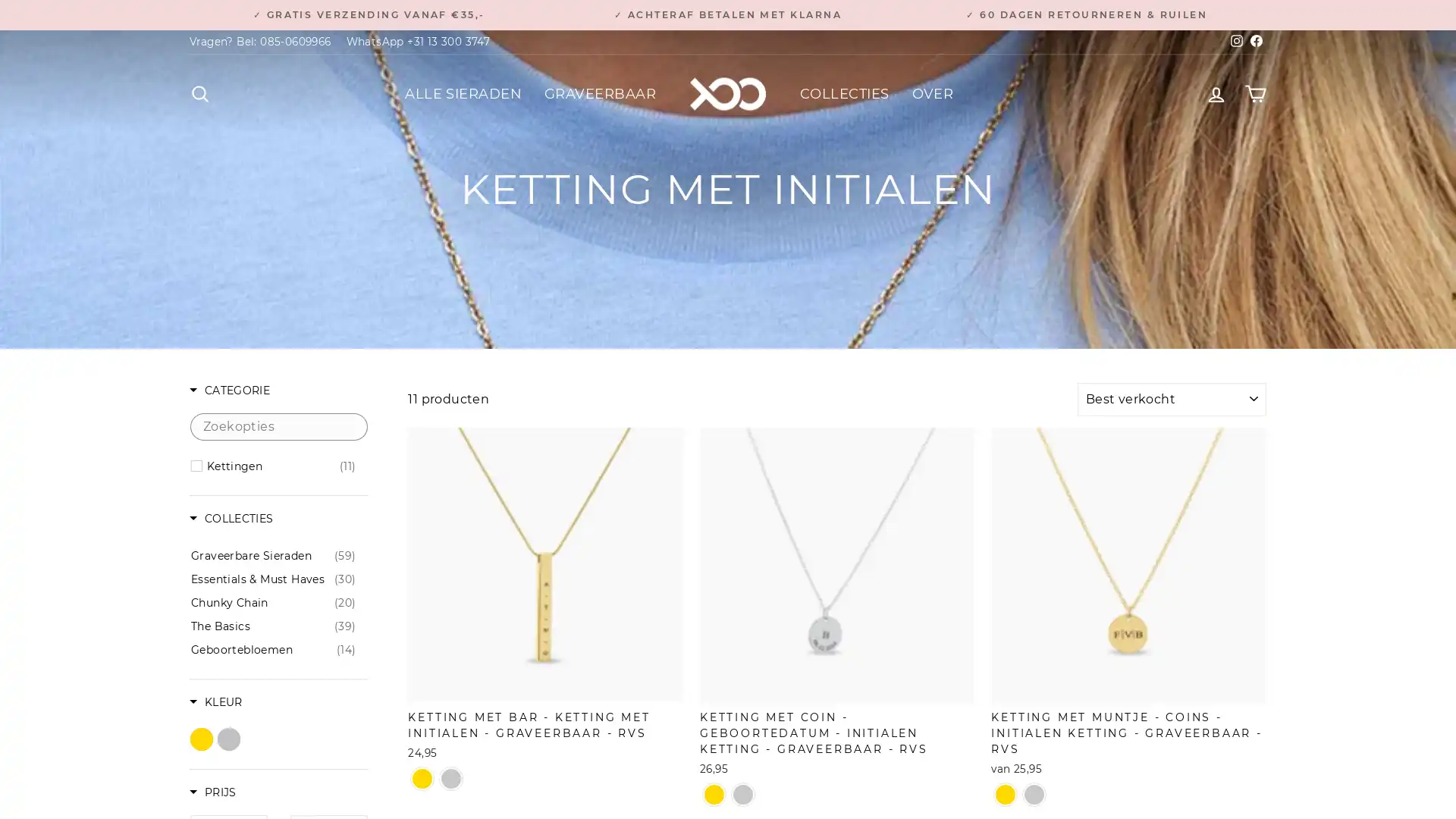 The image size is (1456, 819). Describe the element at coordinates (215, 703) in the screenshot. I see `Filter by Kleur` at that location.